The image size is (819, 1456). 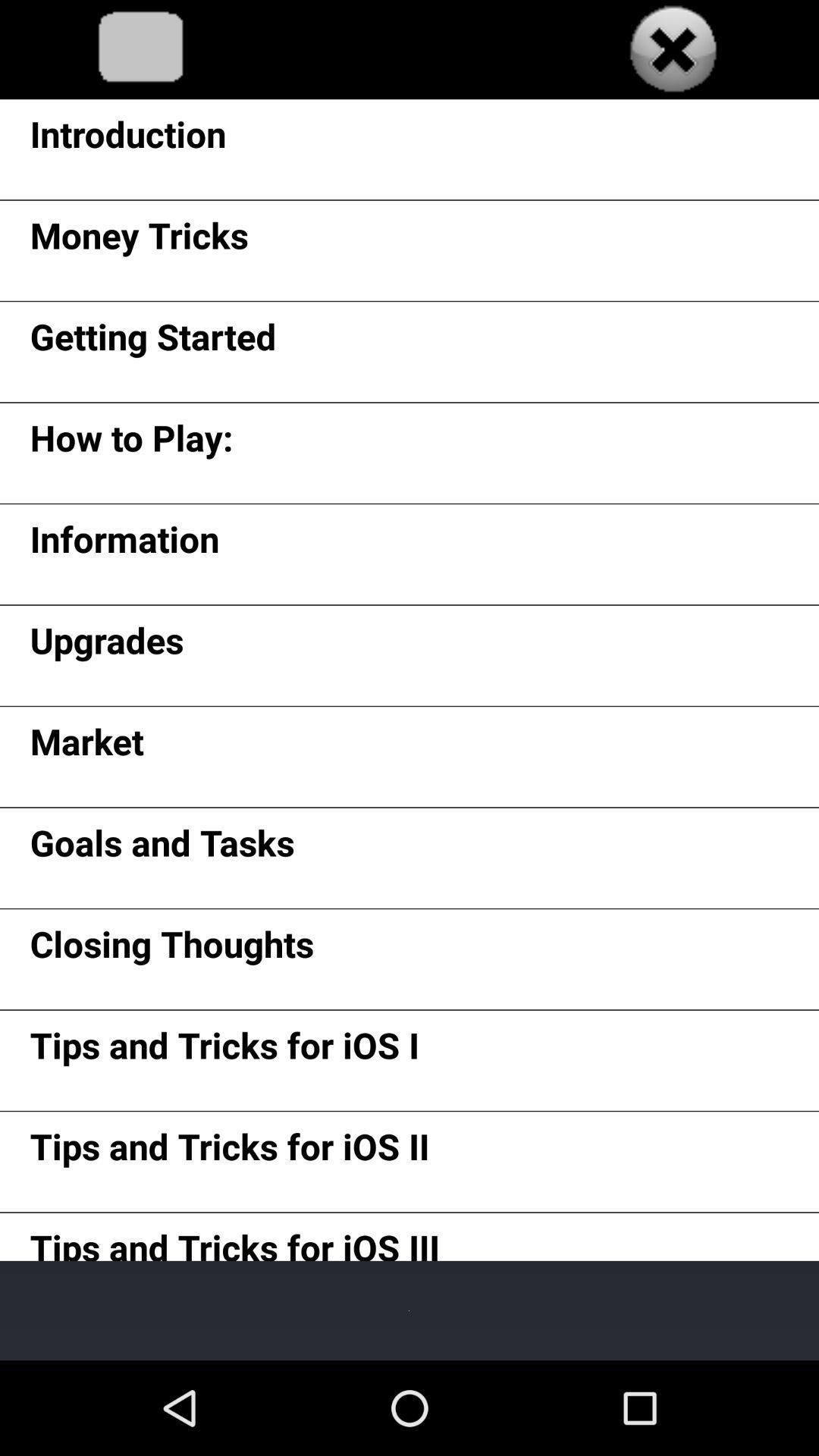 What do you see at coordinates (139, 240) in the screenshot?
I see `app below introduction` at bounding box center [139, 240].